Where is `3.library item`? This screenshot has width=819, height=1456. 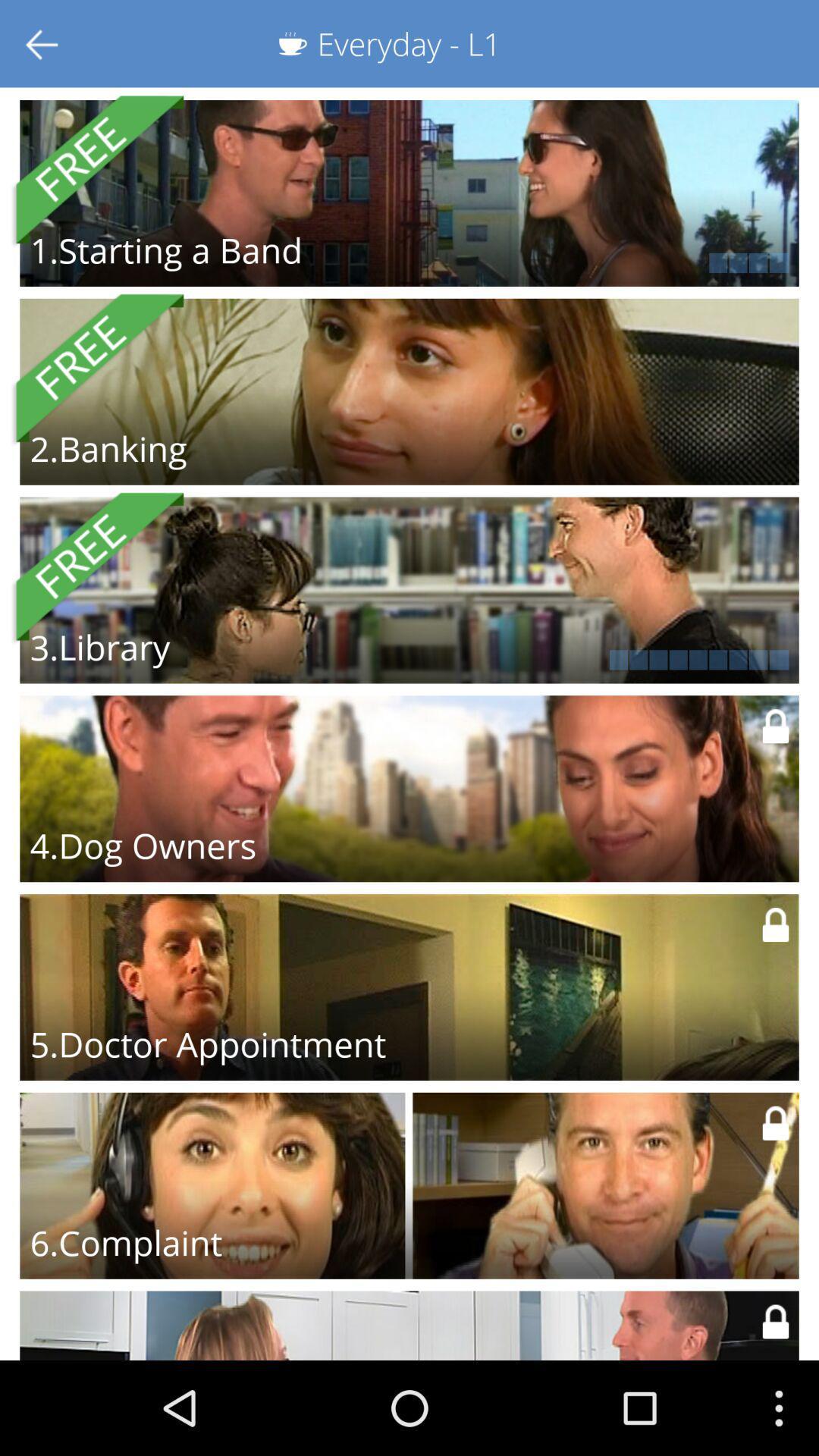
3.library item is located at coordinates (99, 647).